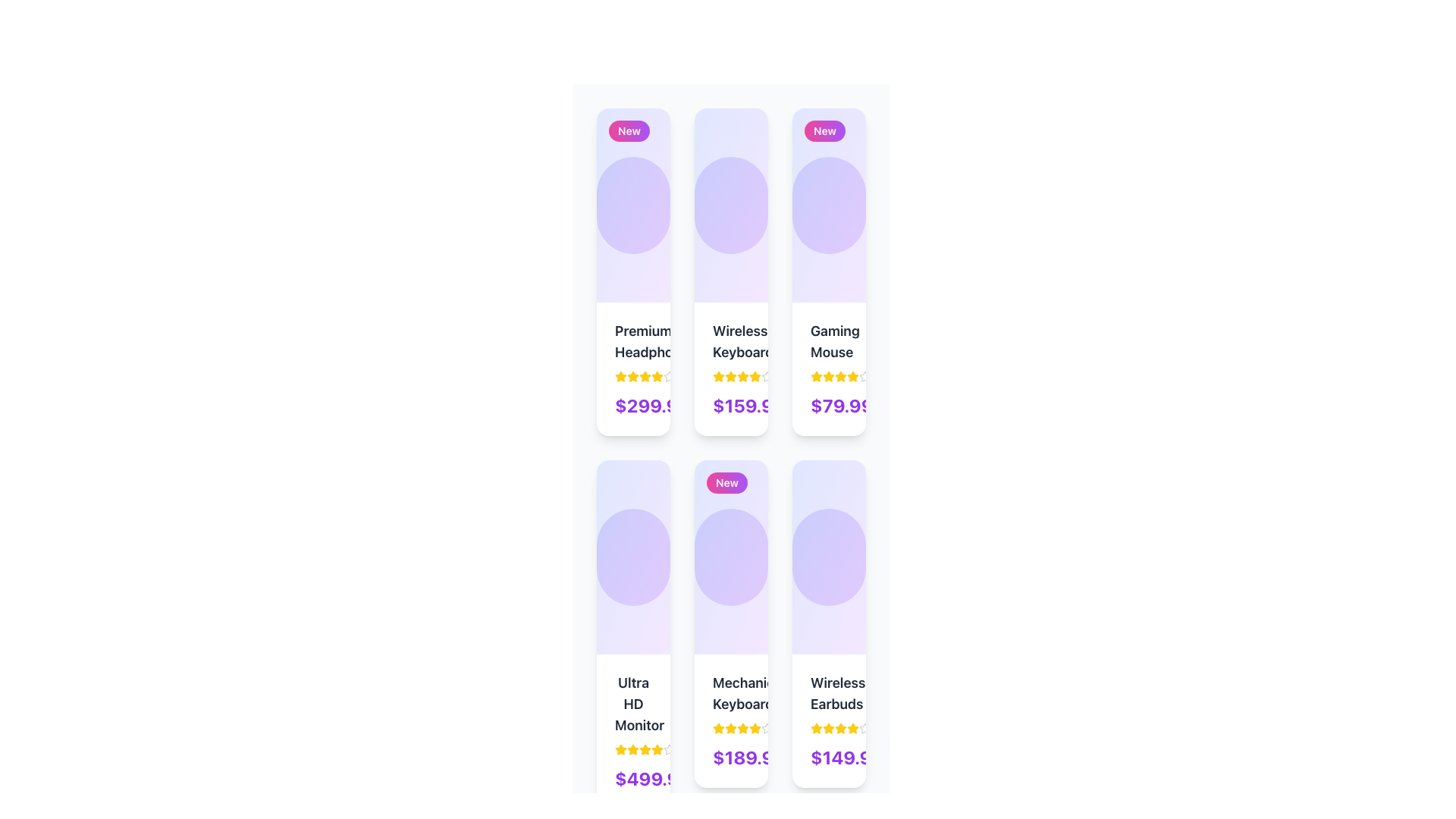  Describe the element at coordinates (633, 342) in the screenshot. I see `the static text label 'Premium Headphones' which is bold and centered at the top of the first product card` at that location.